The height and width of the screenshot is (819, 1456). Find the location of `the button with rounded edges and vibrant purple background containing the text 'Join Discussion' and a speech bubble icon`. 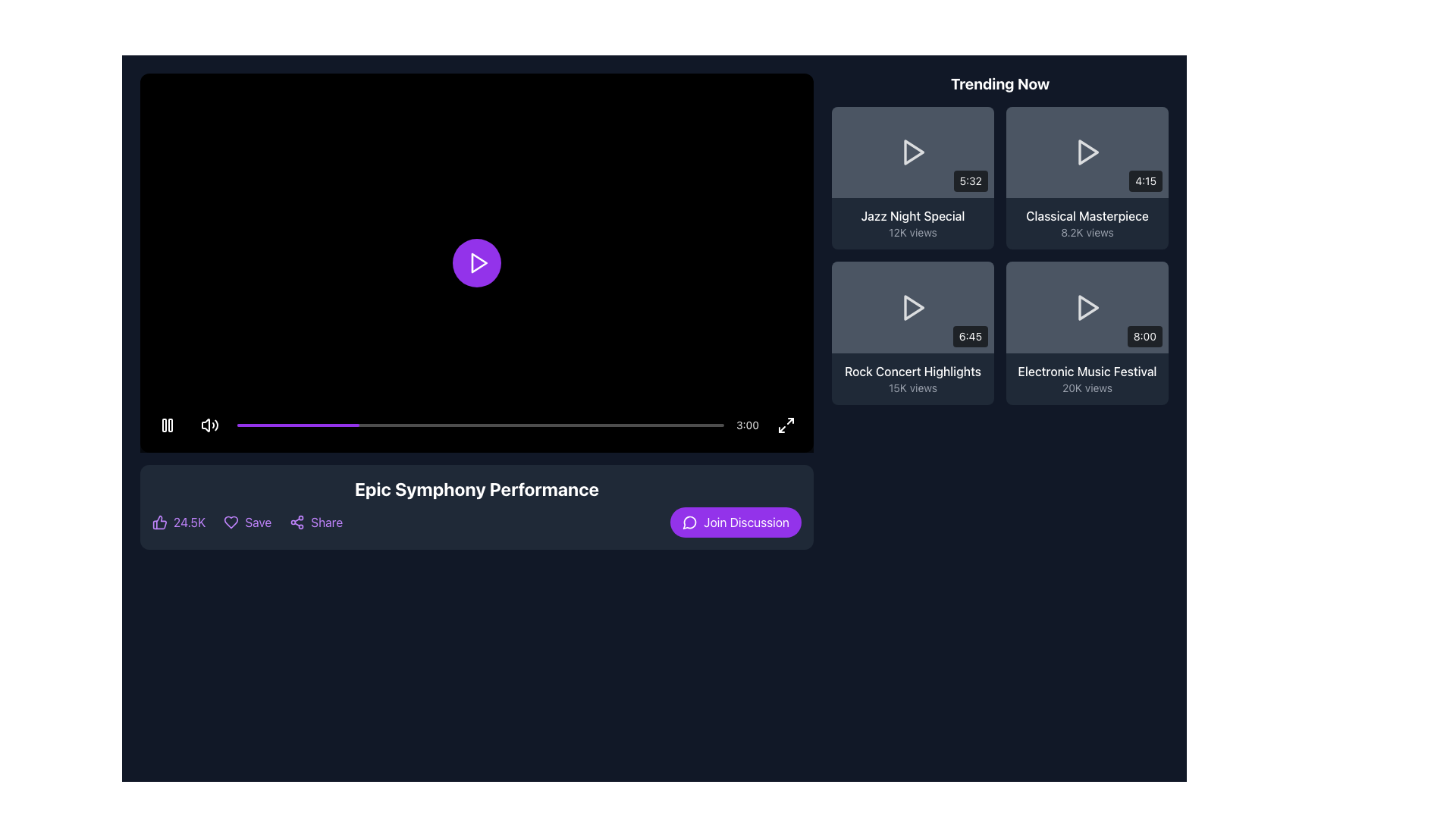

the button with rounded edges and vibrant purple background containing the text 'Join Discussion' and a speech bubble icon is located at coordinates (736, 521).